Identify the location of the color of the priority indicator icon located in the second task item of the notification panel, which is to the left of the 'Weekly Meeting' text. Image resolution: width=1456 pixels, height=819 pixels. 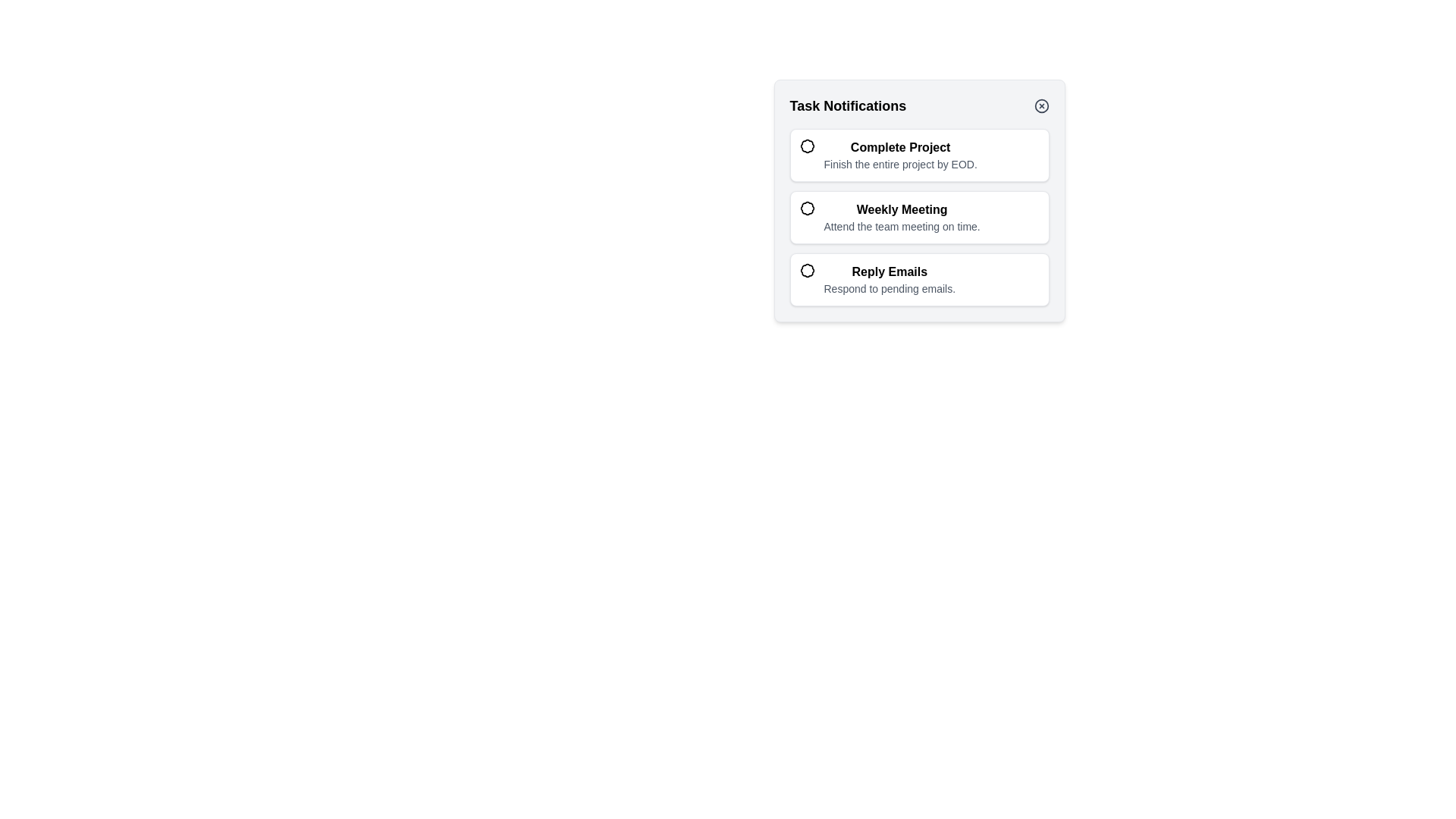
(806, 208).